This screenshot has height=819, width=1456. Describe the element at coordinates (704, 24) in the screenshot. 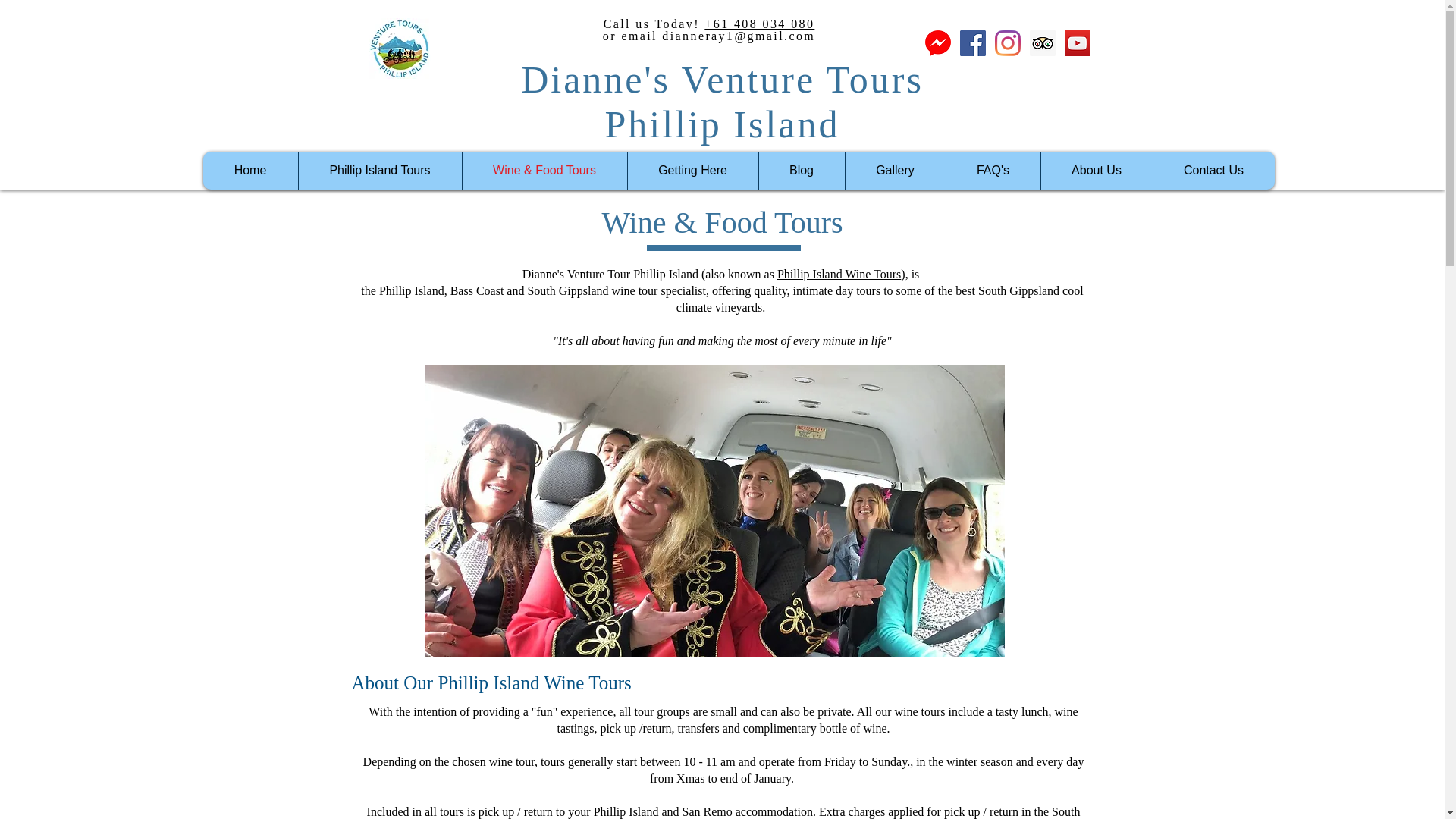

I see `'+61 408 034 080'` at that location.